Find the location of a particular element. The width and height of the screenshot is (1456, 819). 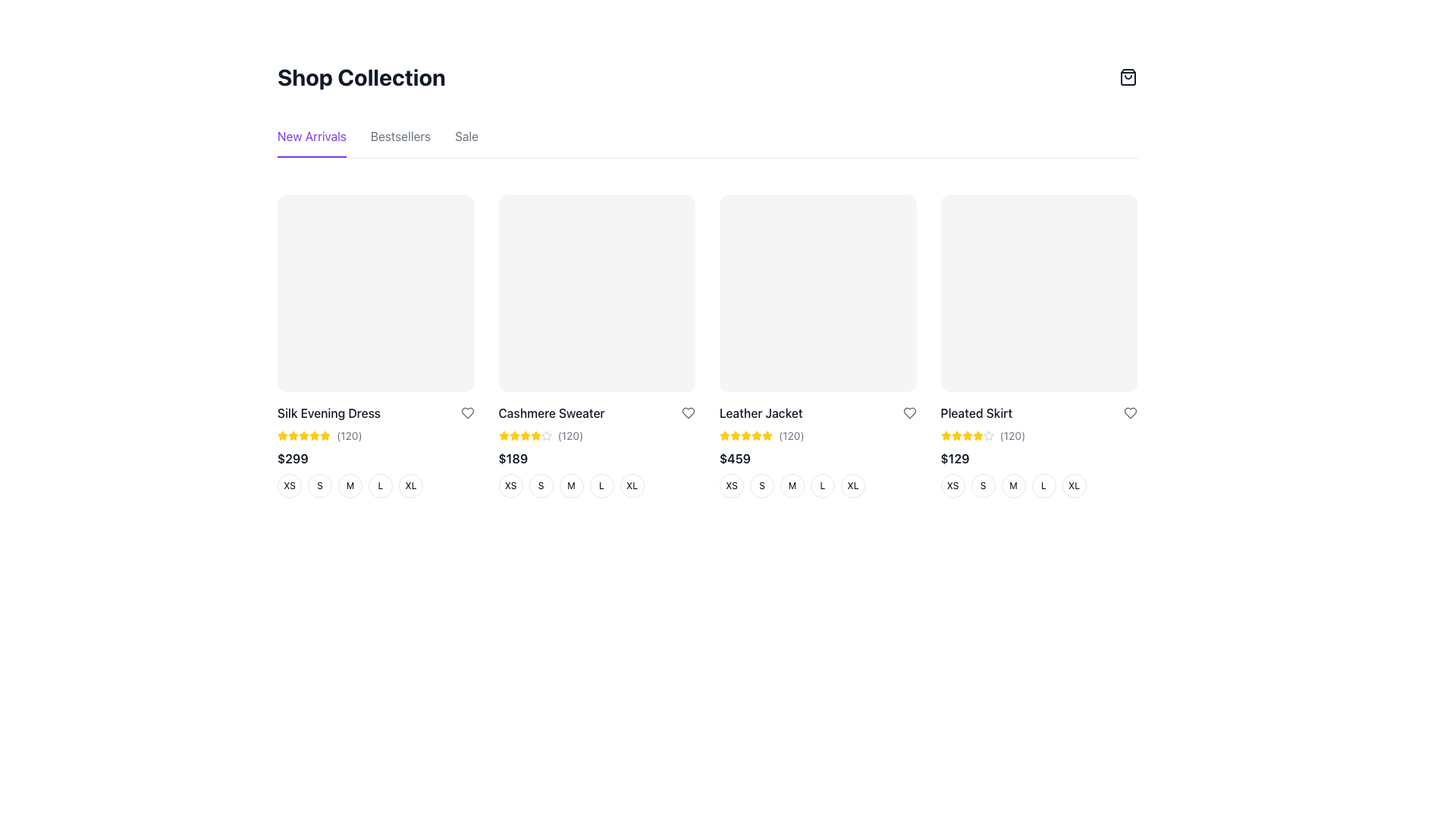

the second clickable text link in the navigation bar labeled 'Bestsellers' is located at coordinates (400, 143).